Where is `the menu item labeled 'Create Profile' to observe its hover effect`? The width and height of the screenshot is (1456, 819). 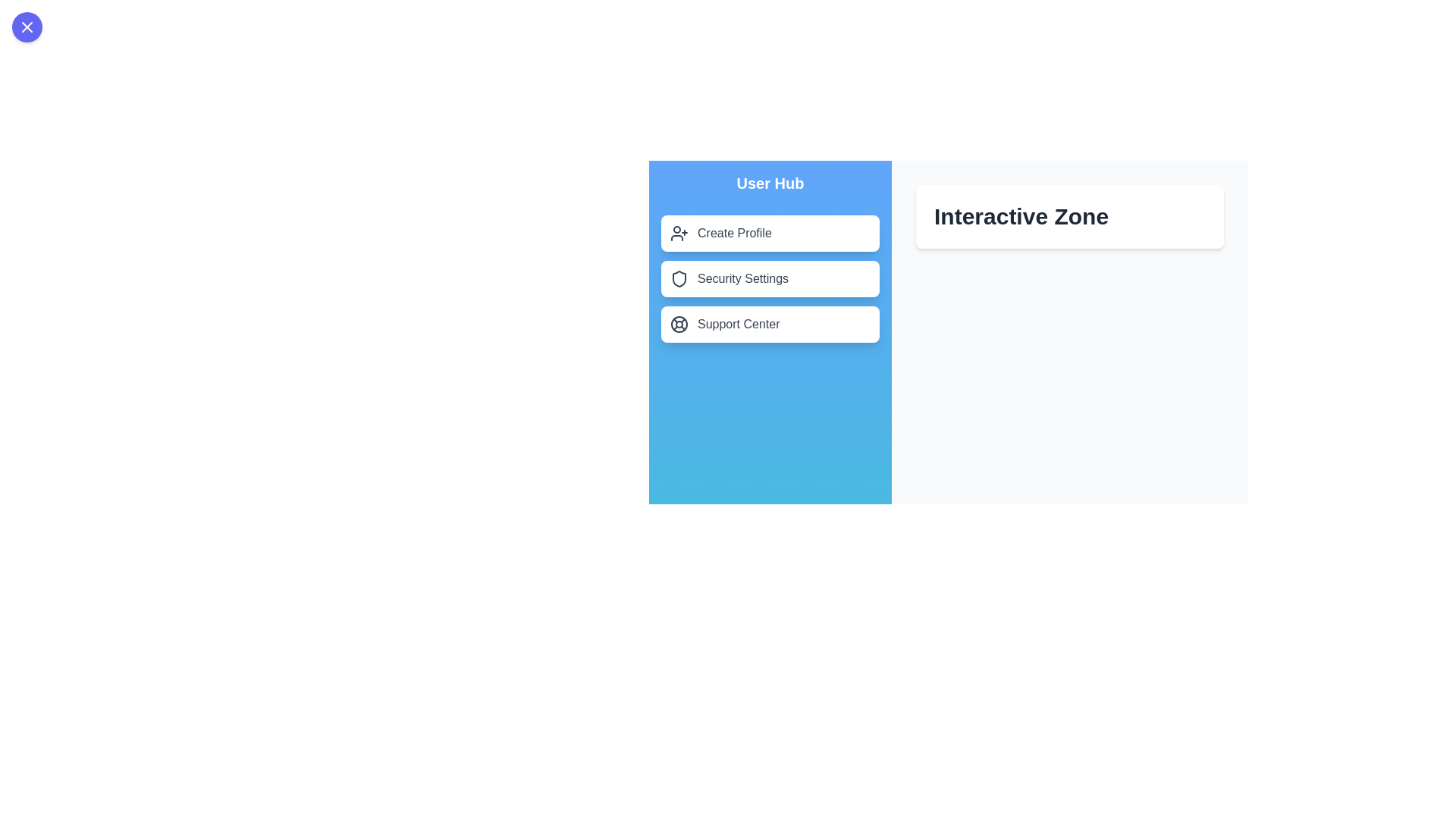 the menu item labeled 'Create Profile' to observe its hover effect is located at coordinates (770, 234).